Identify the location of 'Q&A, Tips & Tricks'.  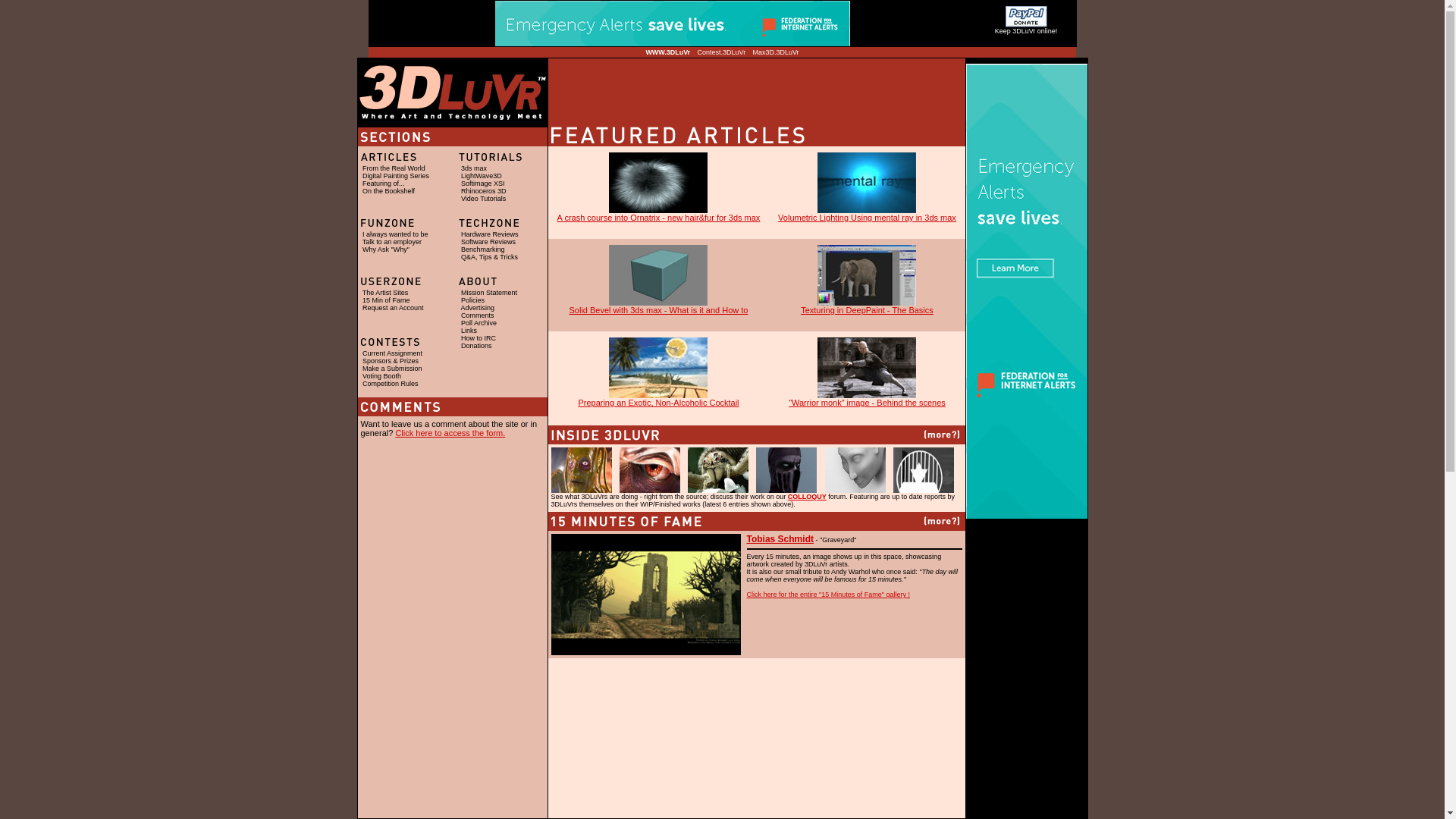
(489, 256).